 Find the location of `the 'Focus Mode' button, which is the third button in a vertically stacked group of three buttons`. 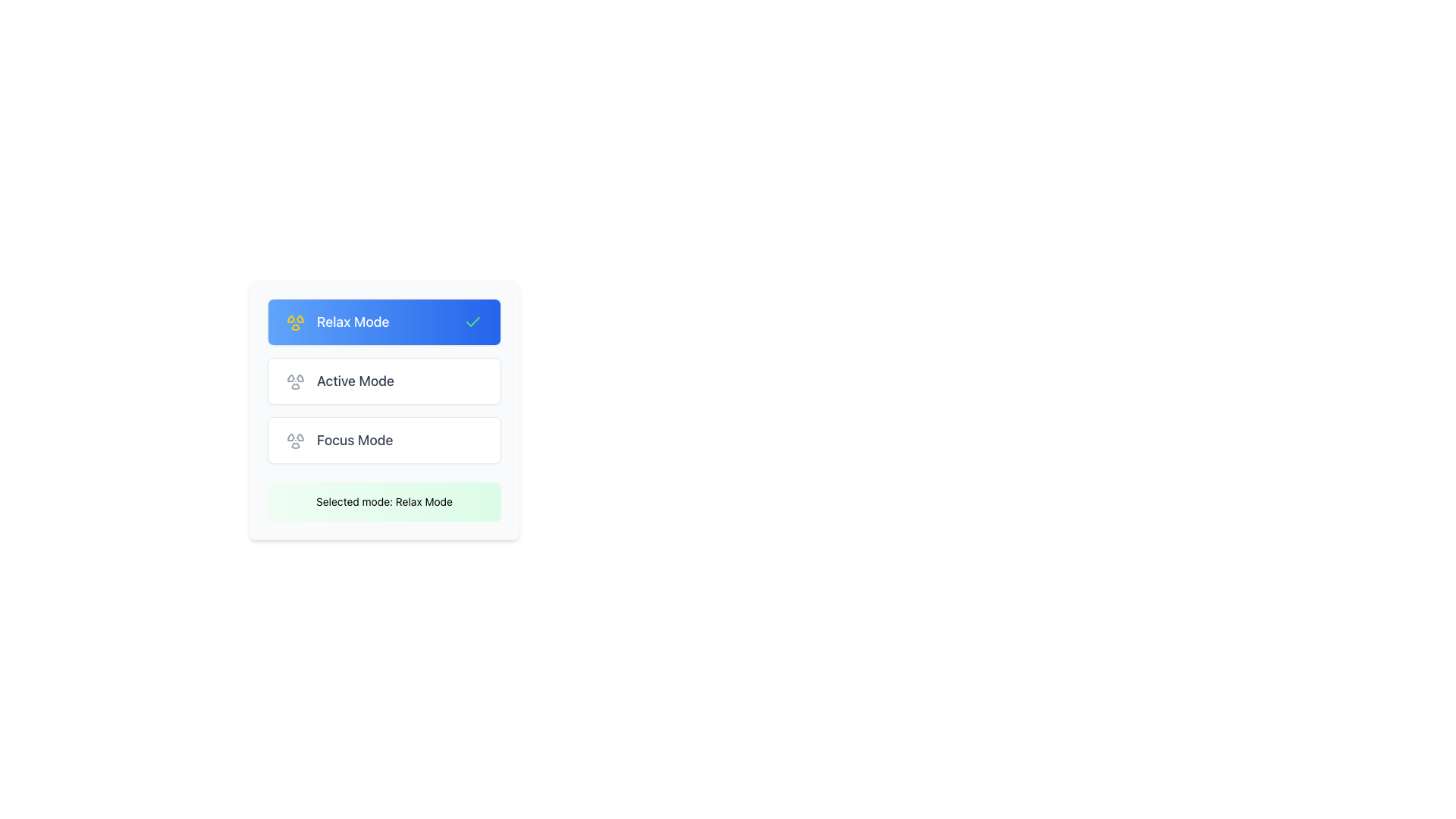

the 'Focus Mode' button, which is the third button in a vertically stacked group of three buttons is located at coordinates (384, 441).